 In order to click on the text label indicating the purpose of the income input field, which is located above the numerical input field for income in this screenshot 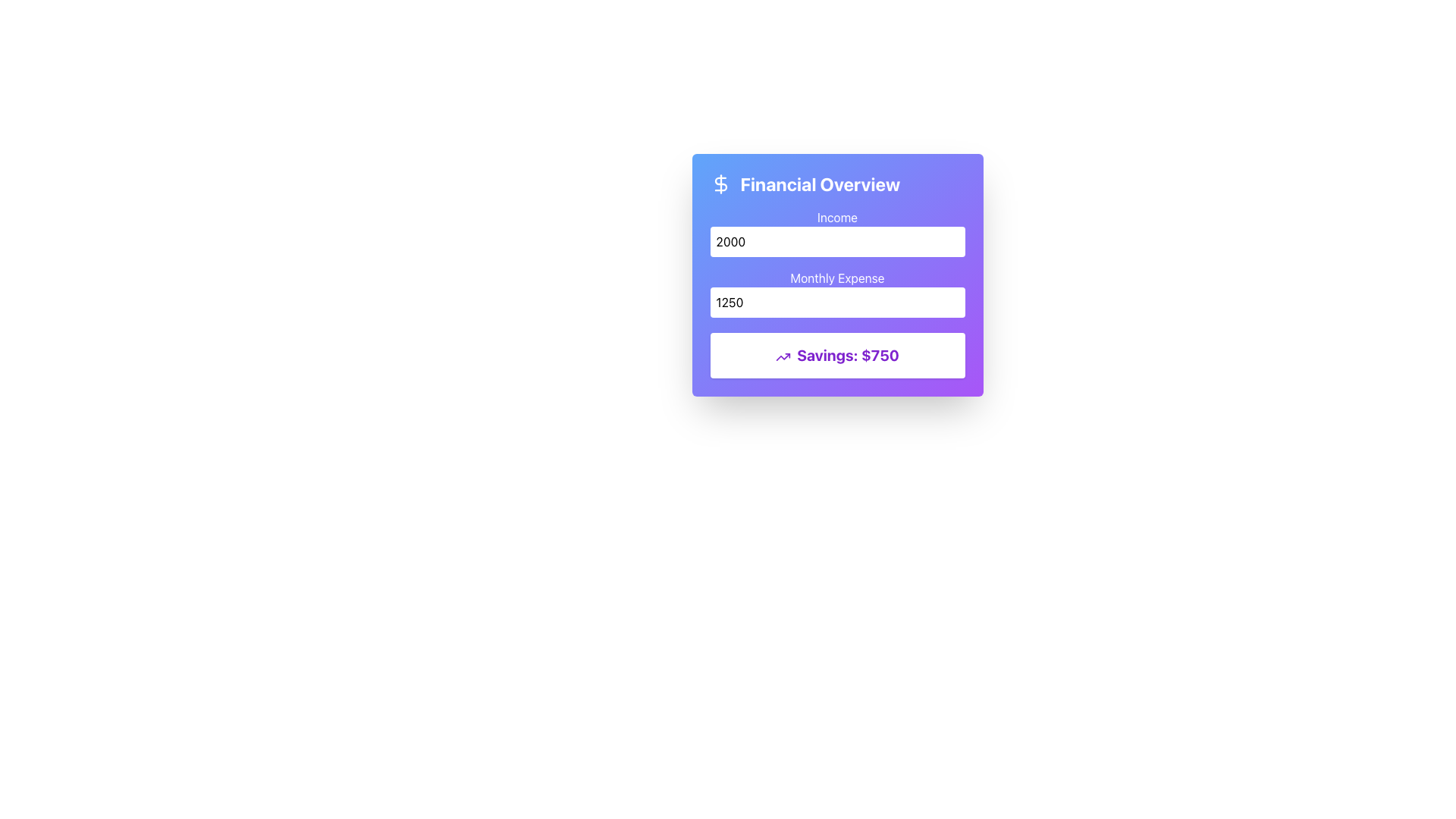, I will do `click(836, 233)`.